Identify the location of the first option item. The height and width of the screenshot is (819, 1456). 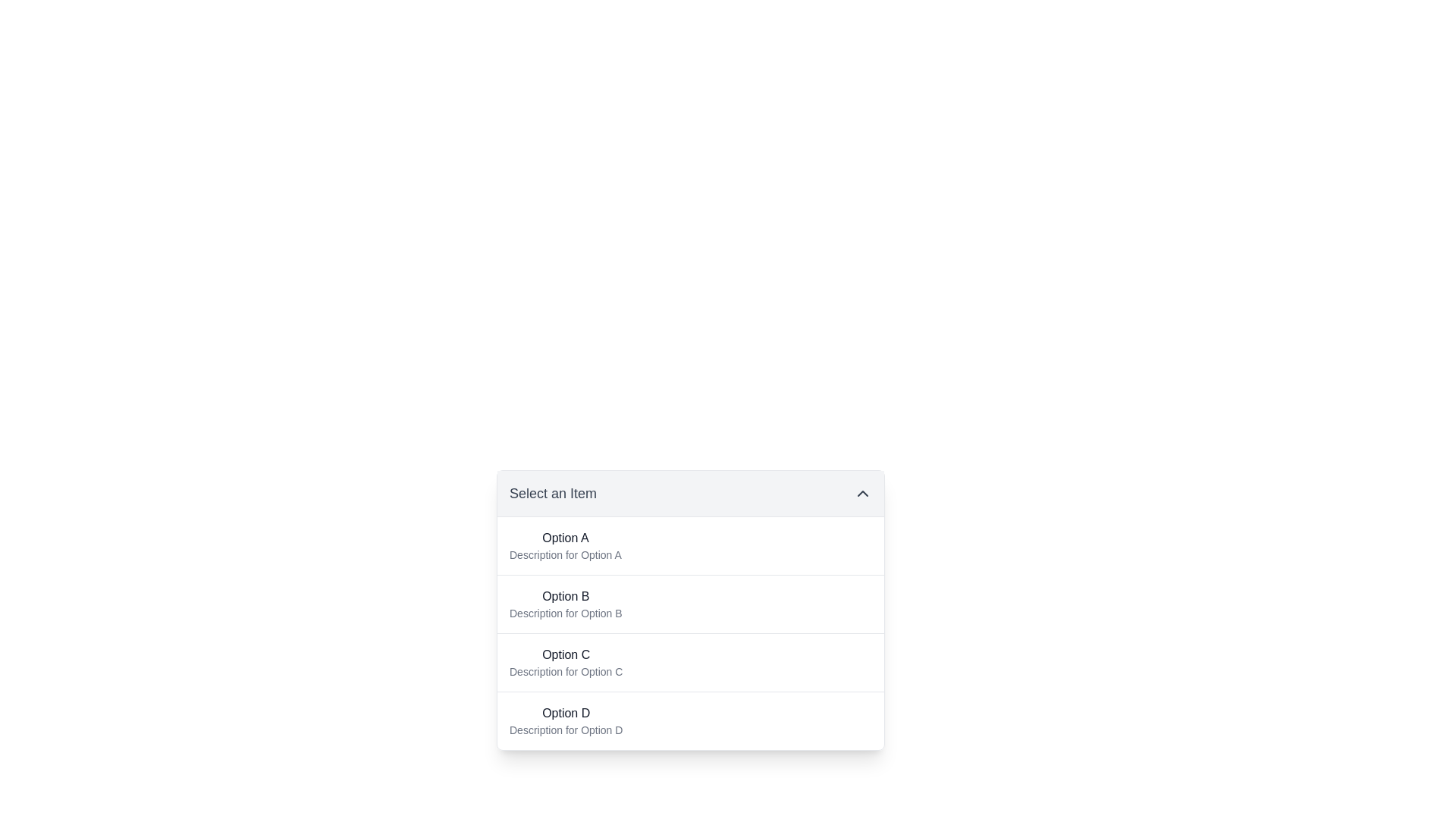
(690, 546).